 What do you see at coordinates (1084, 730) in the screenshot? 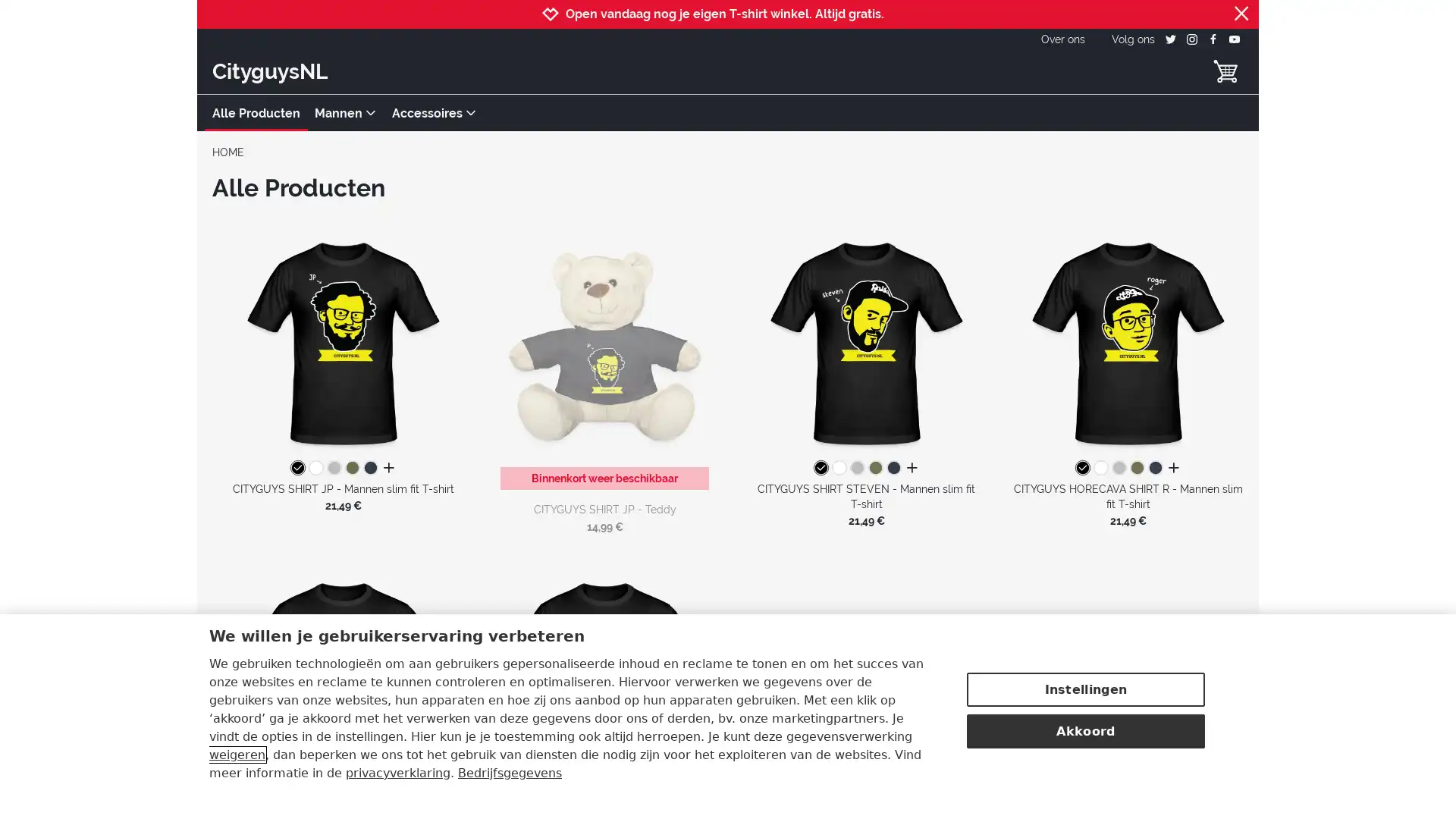
I see `Akkoord` at bounding box center [1084, 730].